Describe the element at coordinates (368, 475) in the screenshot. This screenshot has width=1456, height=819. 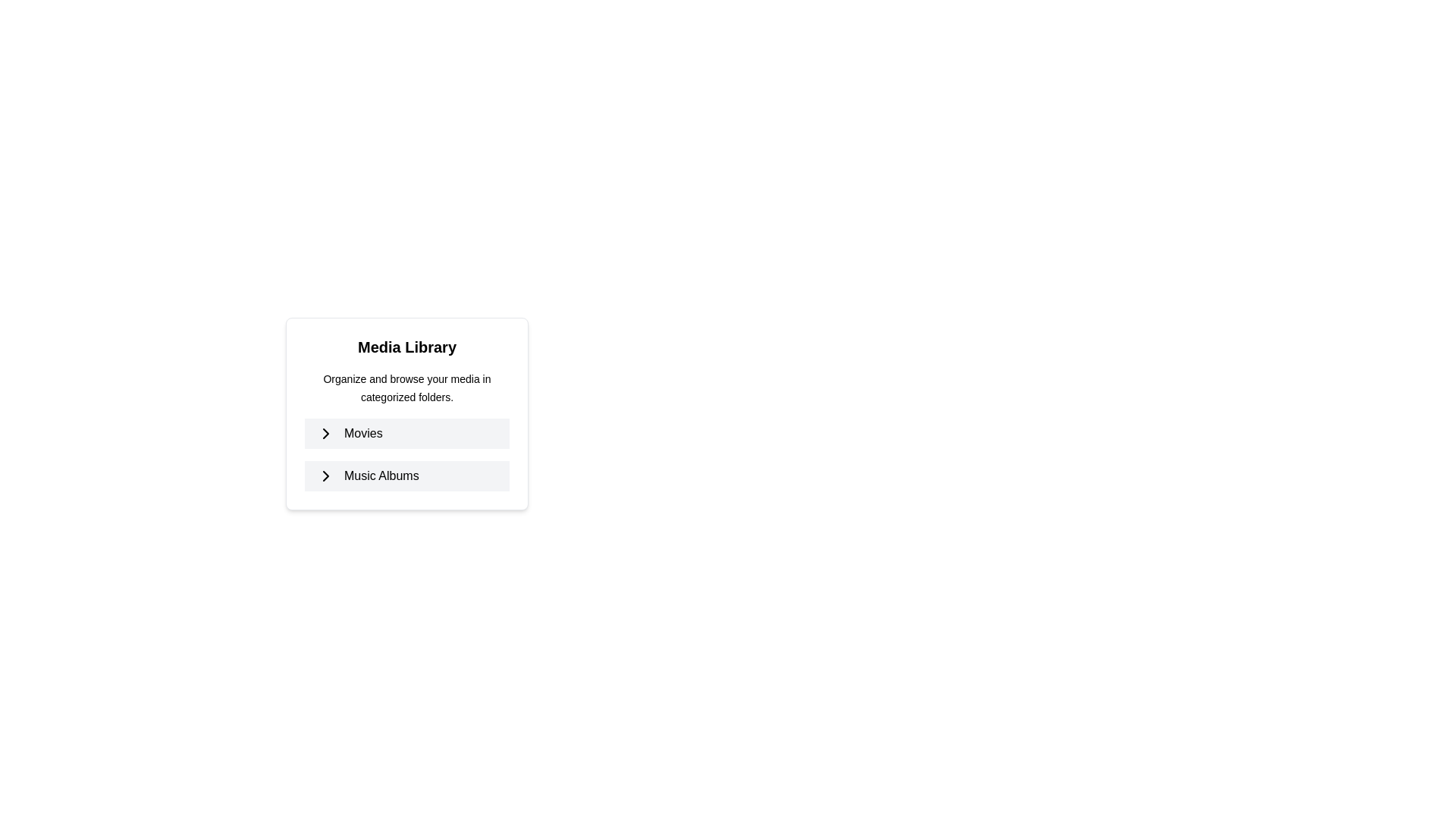
I see `the 'Music Albums' text label located as the second item in the 'Media Library' section` at that location.